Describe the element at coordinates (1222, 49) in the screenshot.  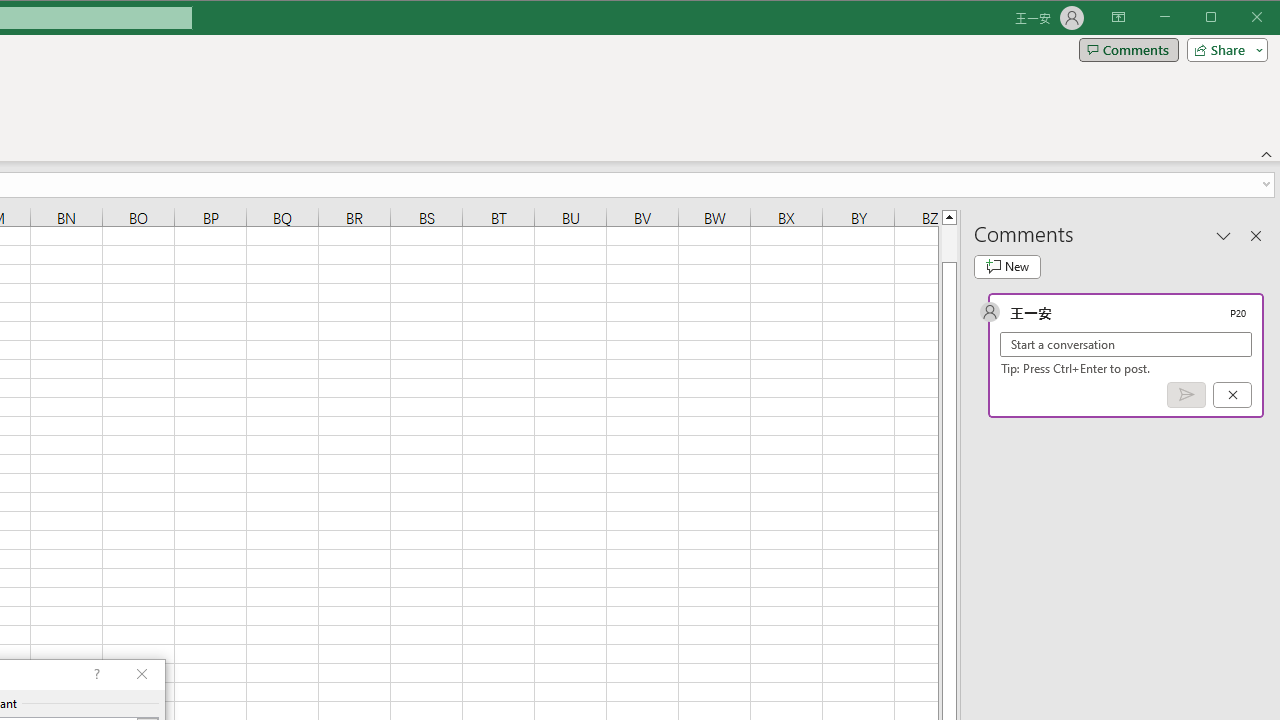
I see `'Share'` at that location.